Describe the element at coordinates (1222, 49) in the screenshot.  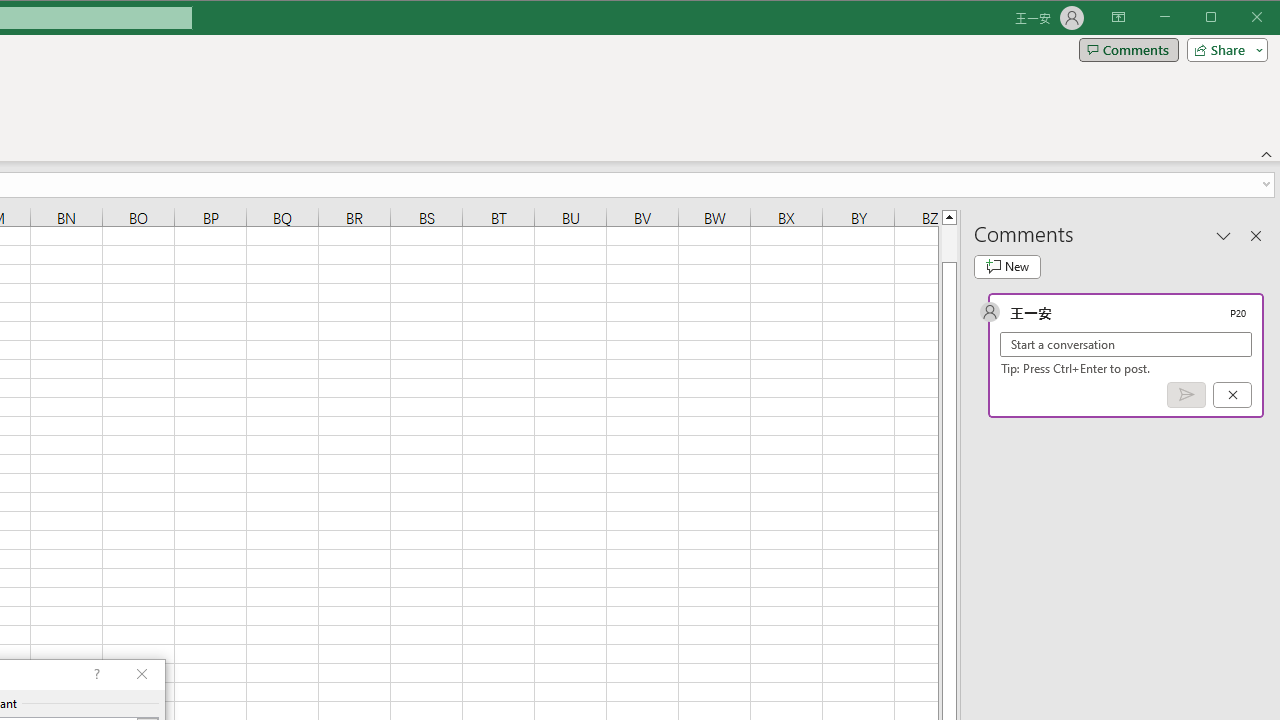
I see `'Share'` at that location.